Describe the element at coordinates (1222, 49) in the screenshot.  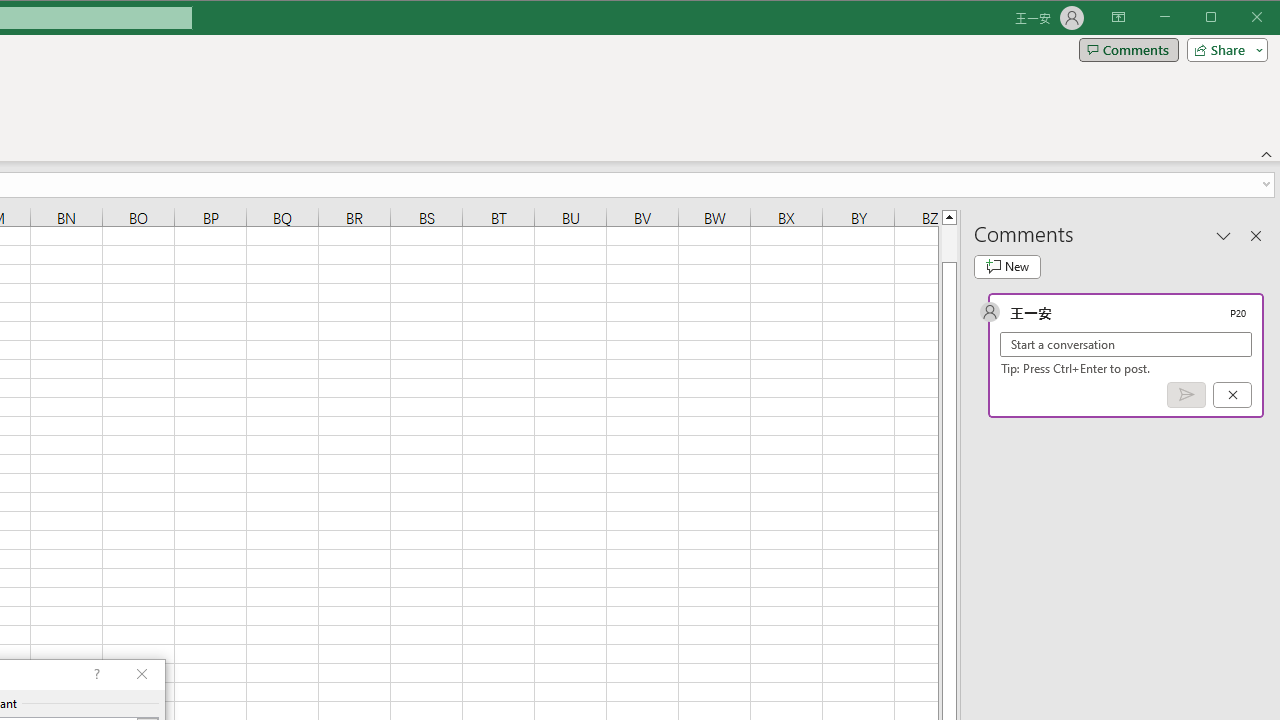
I see `'Share'` at that location.